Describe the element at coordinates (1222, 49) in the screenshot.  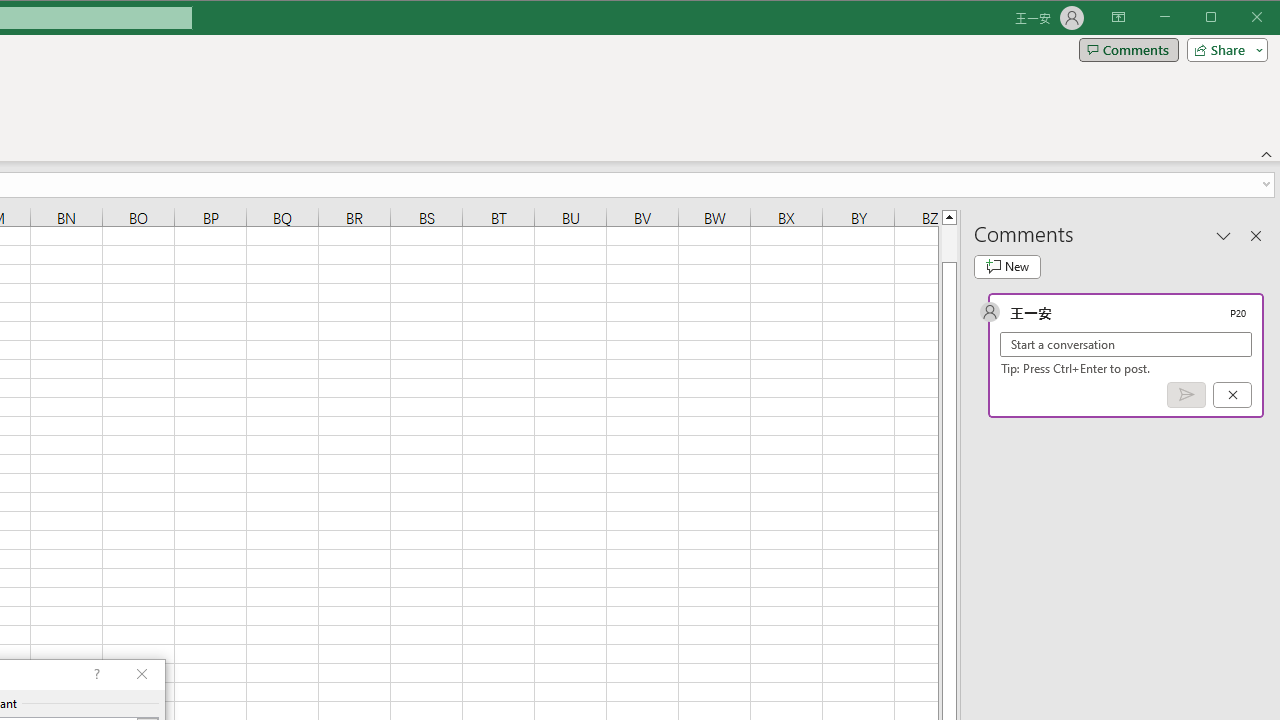
I see `'Share'` at that location.